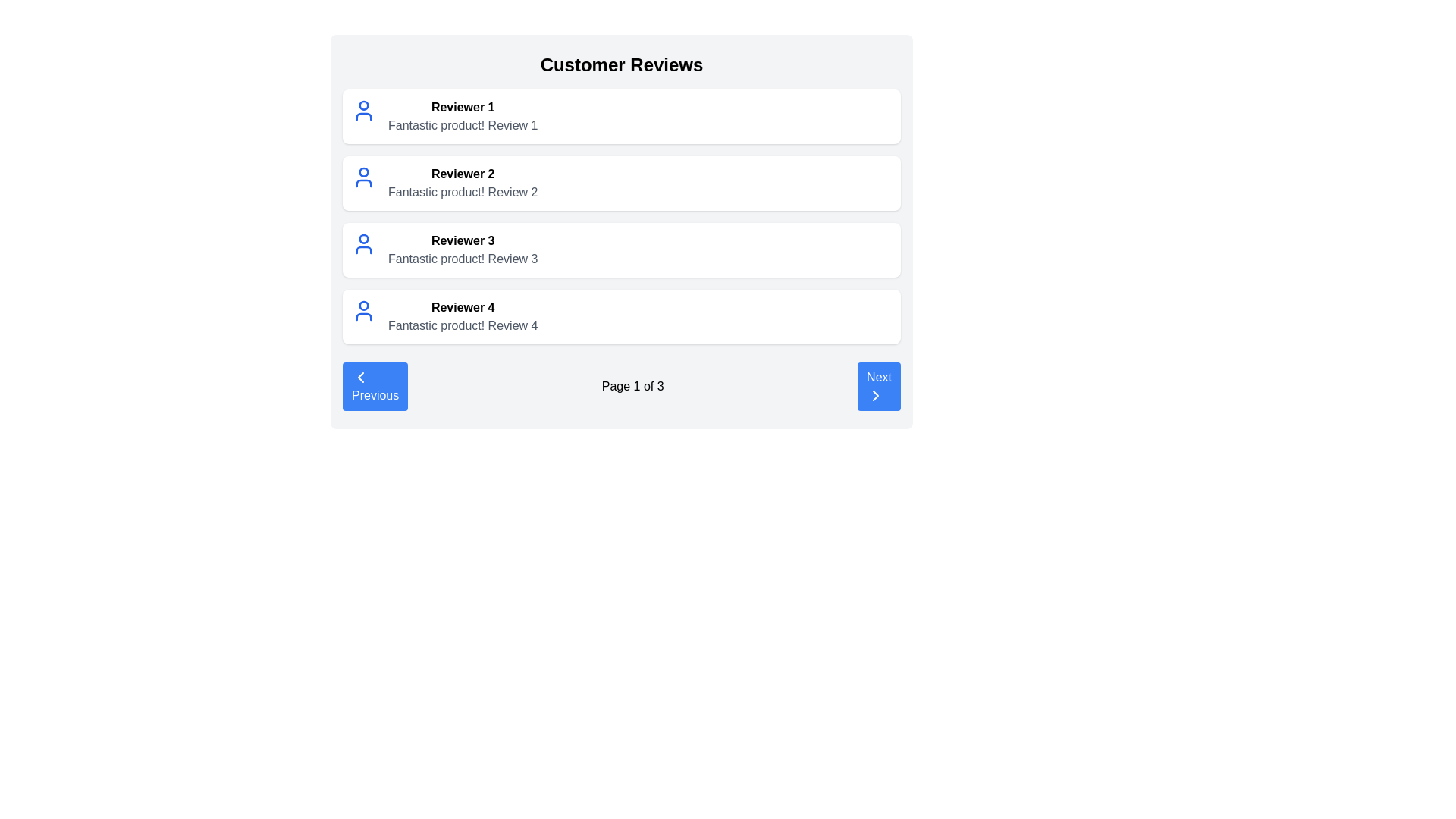 The width and height of the screenshot is (1456, 819). What do you see at coordinates (359, 376) in the screenshot?
I see `the navigation icon labeled 'Previous' located in the lower-left corner of the interface` at bounding box center [359, 376].